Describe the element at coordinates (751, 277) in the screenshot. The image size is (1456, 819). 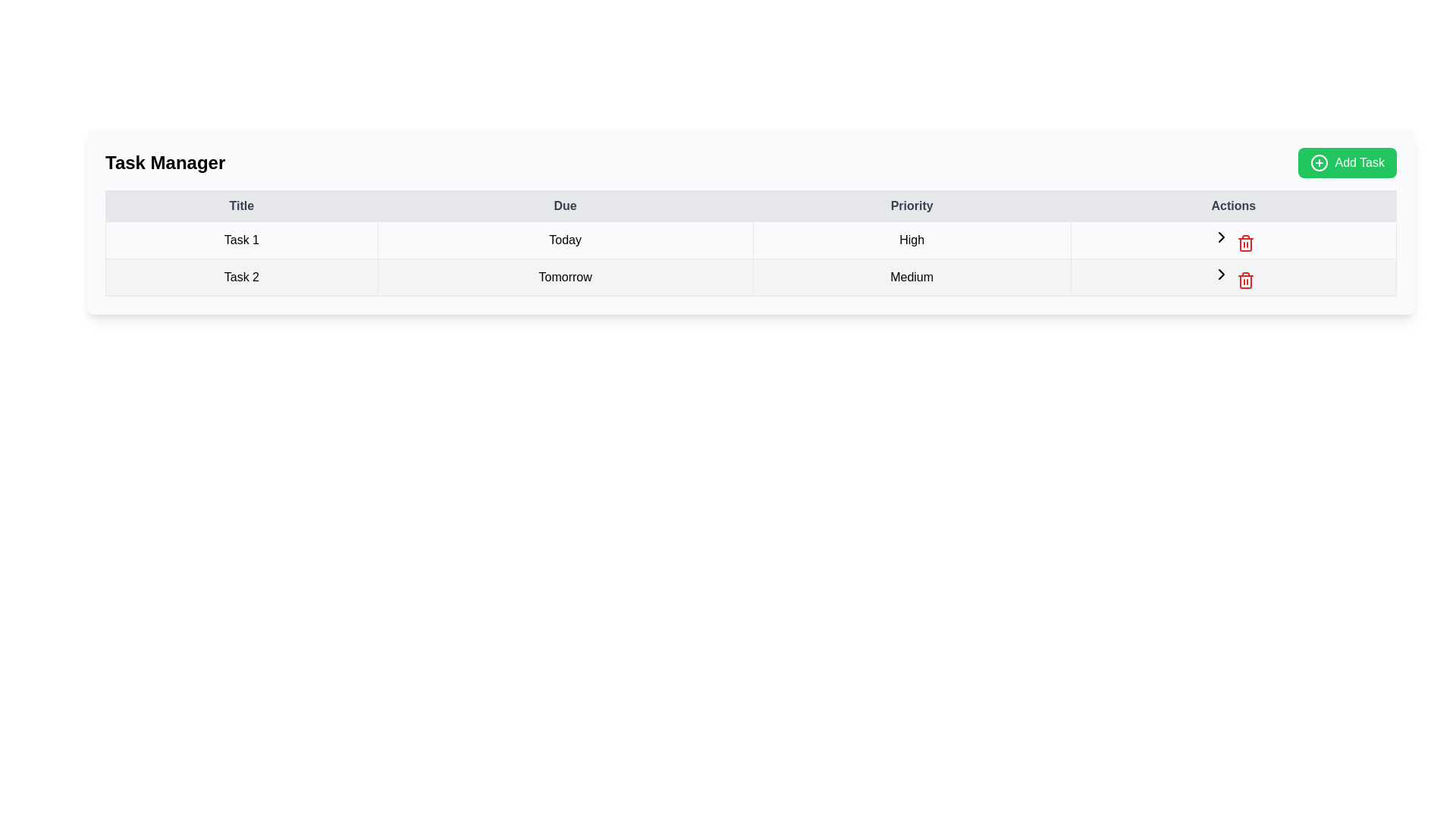
I see `the second row of the task management table containing 'Task 2', 'Tomorrow', and 'Medium' priority` at that location.